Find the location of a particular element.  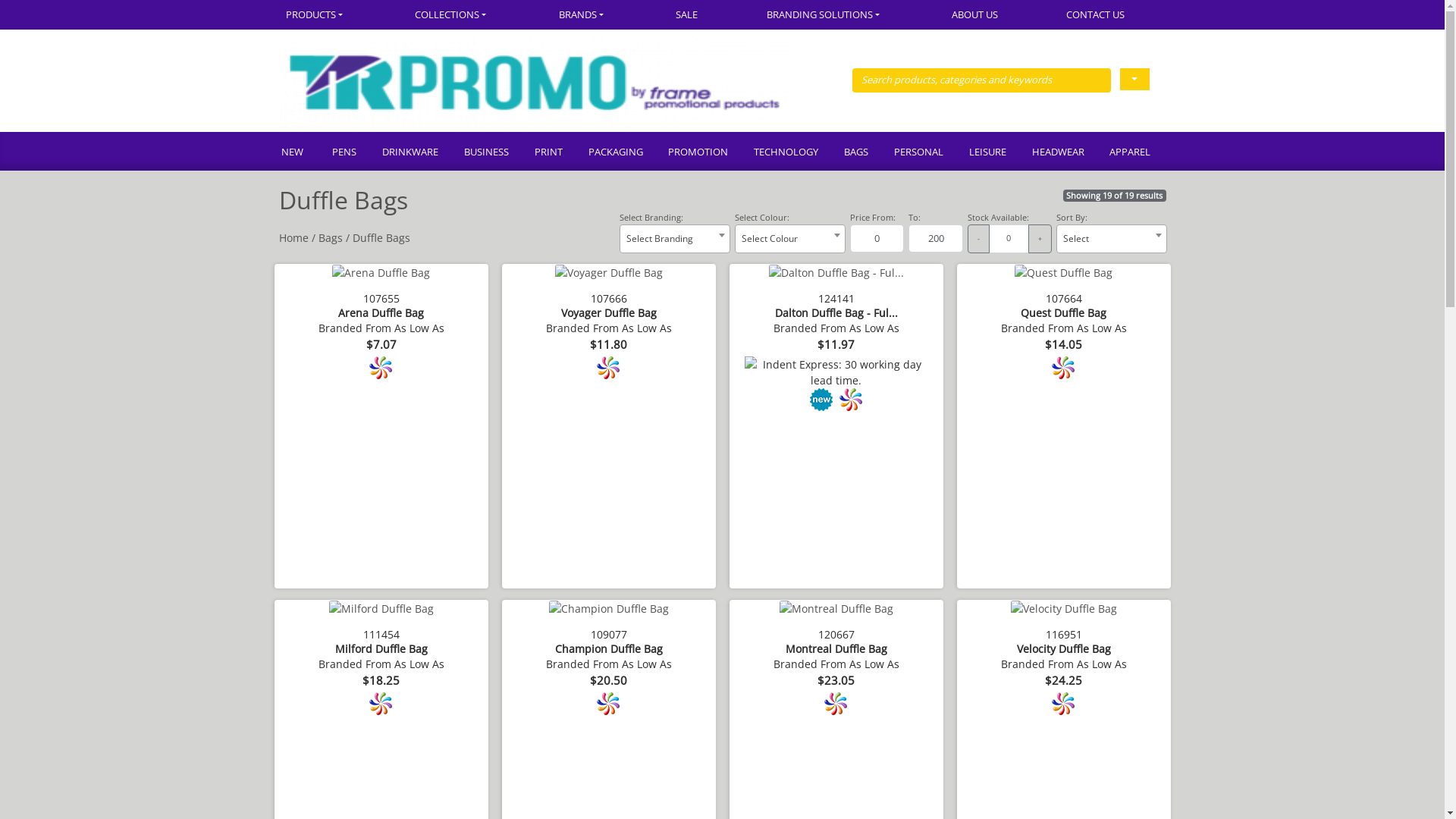

'PERSONAL' is located at coordinates (917, 152).